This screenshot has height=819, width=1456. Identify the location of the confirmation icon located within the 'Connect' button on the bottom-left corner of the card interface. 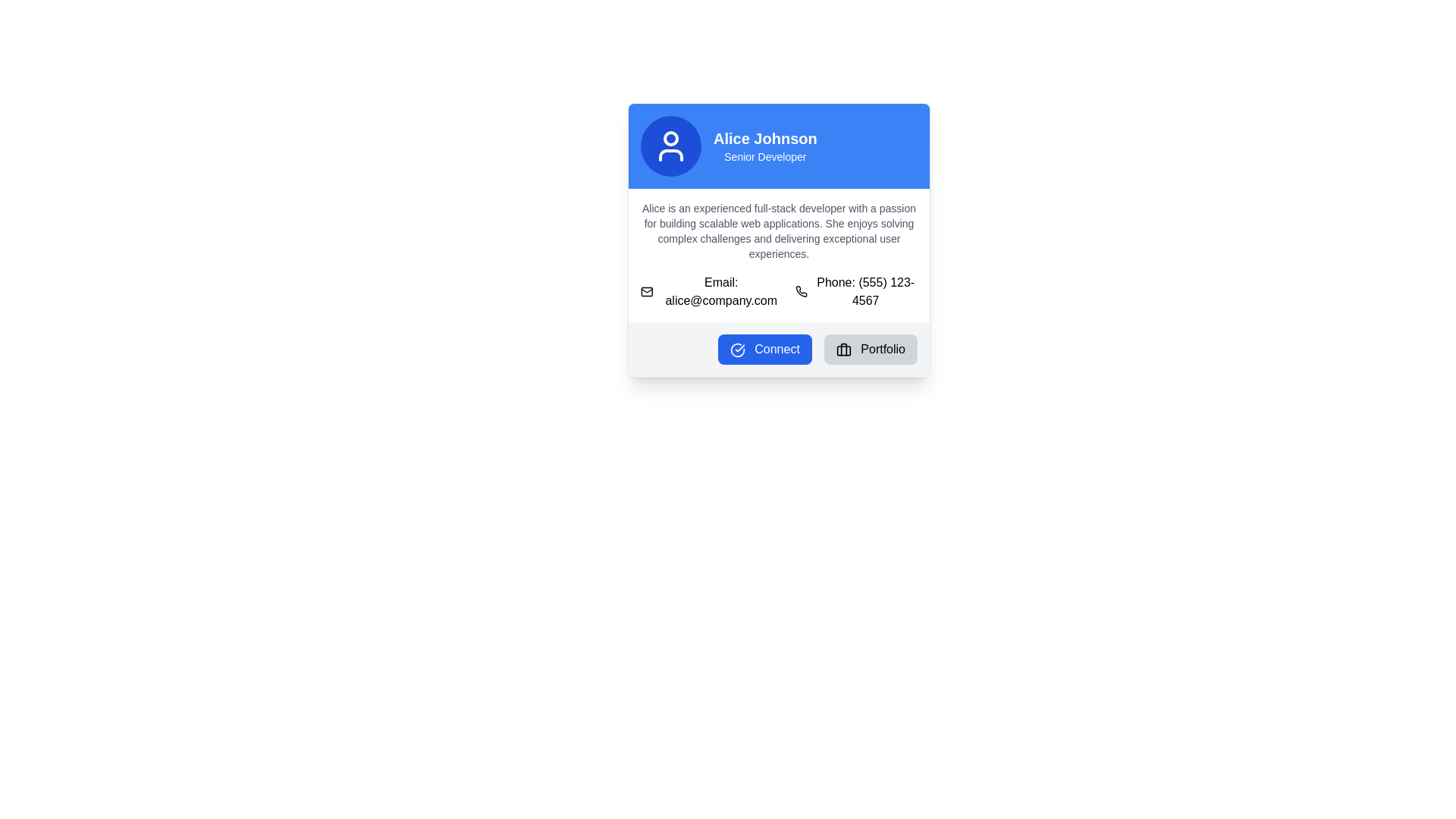
(737, 350).